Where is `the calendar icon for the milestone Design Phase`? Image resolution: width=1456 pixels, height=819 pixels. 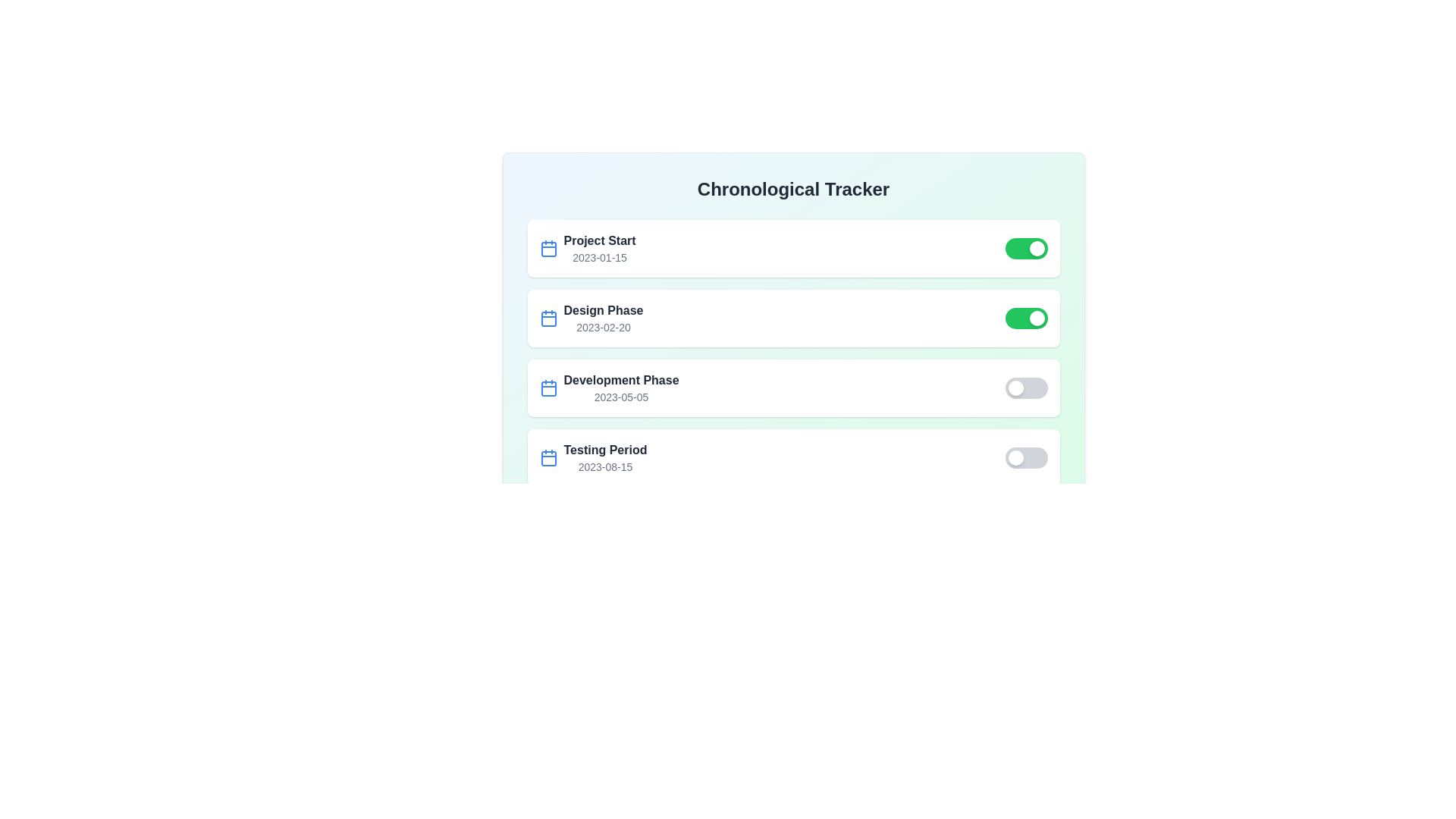
the calendar icon for the milestone Design Phase is located at coordinates (548, 318).